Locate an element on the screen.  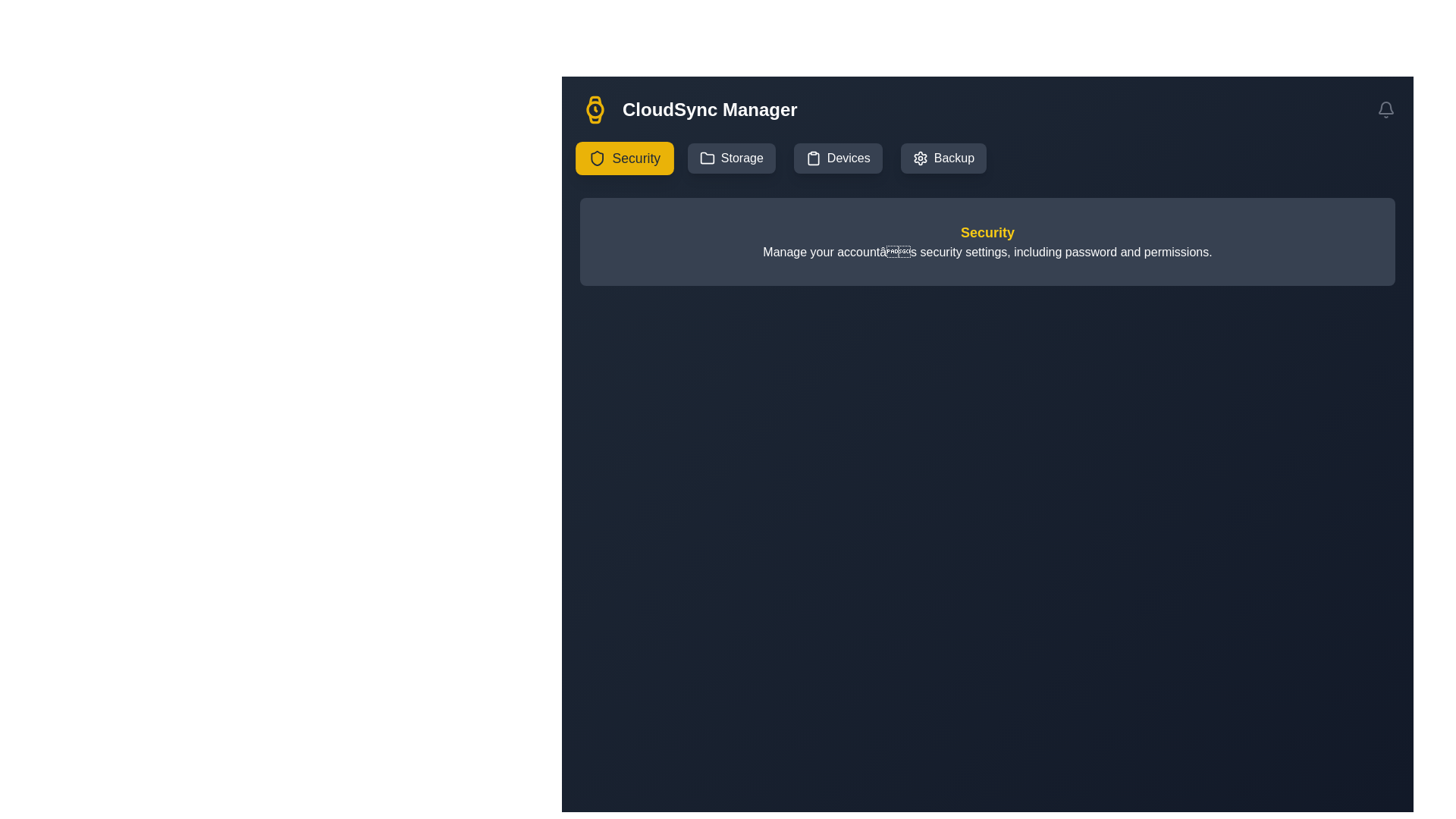
the 'Storage' icon located in the navigation bar is located at coordinates (706, 158).